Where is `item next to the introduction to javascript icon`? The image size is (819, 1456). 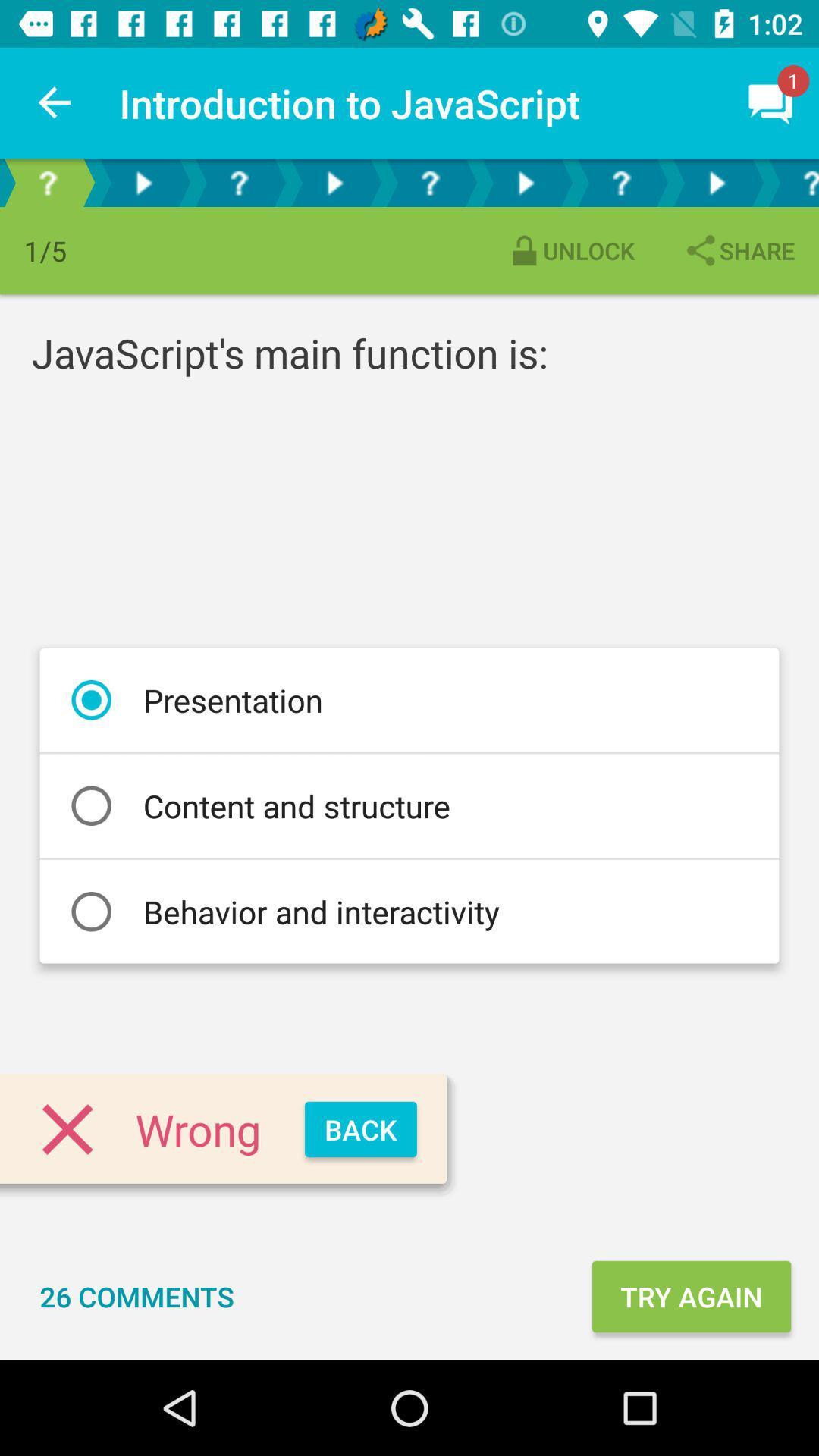
item next to the introduction to javascript icon is located at coordinates (55, 102).